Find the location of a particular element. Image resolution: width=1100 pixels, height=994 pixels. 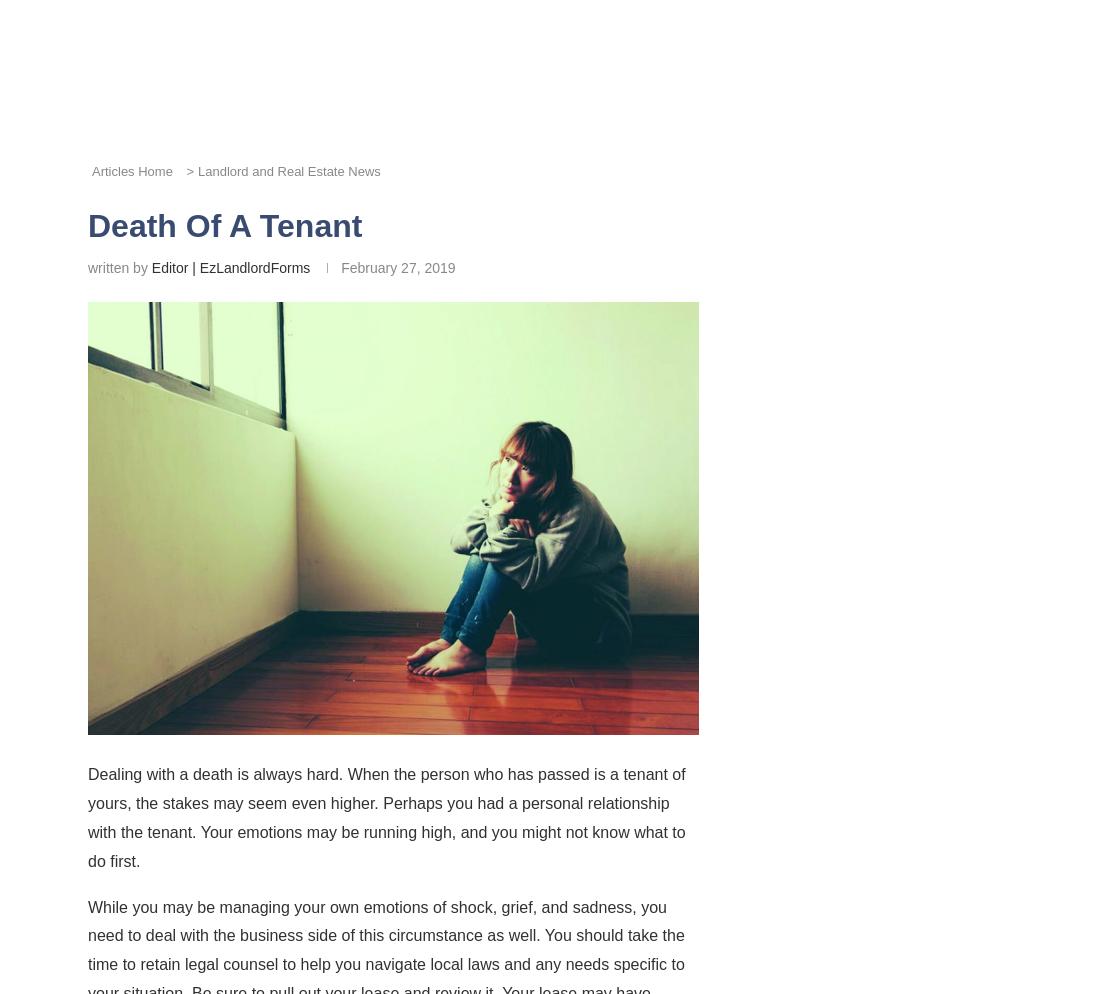

'4 Questions to Think About When Estate Planning with a Rental' is located at coordinates (222, 617).